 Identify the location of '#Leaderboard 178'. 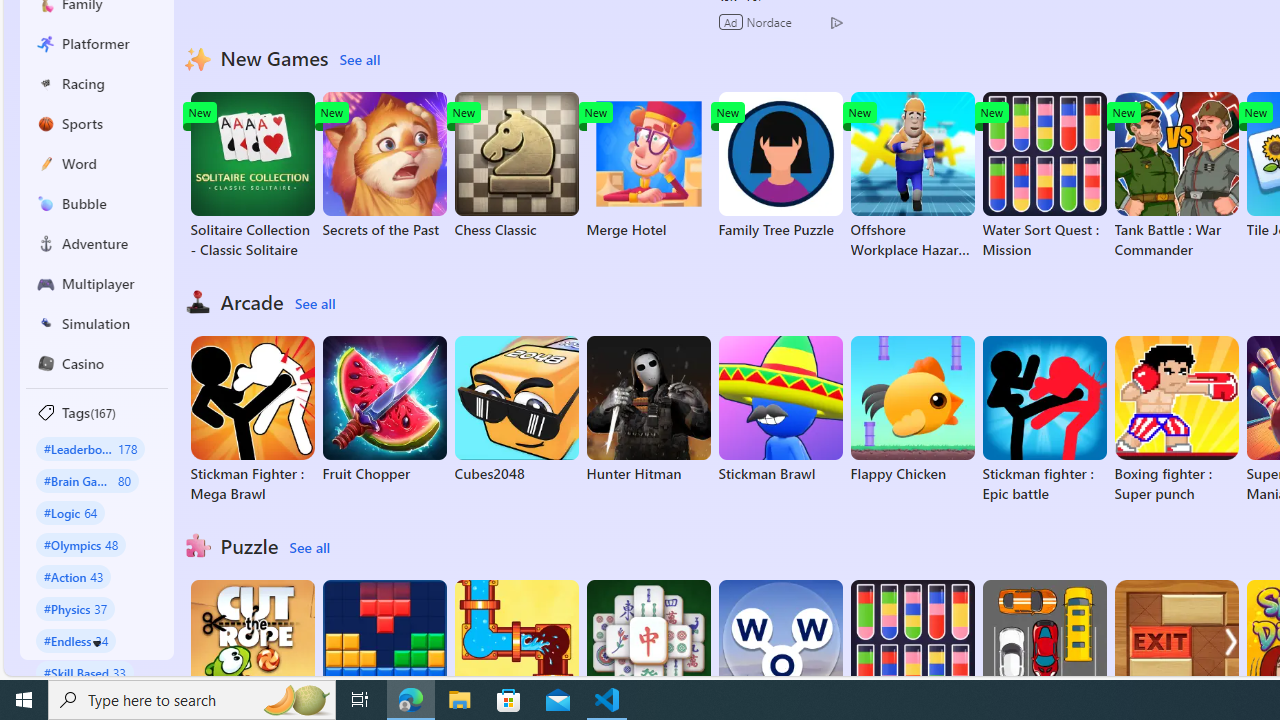
(89, 447).